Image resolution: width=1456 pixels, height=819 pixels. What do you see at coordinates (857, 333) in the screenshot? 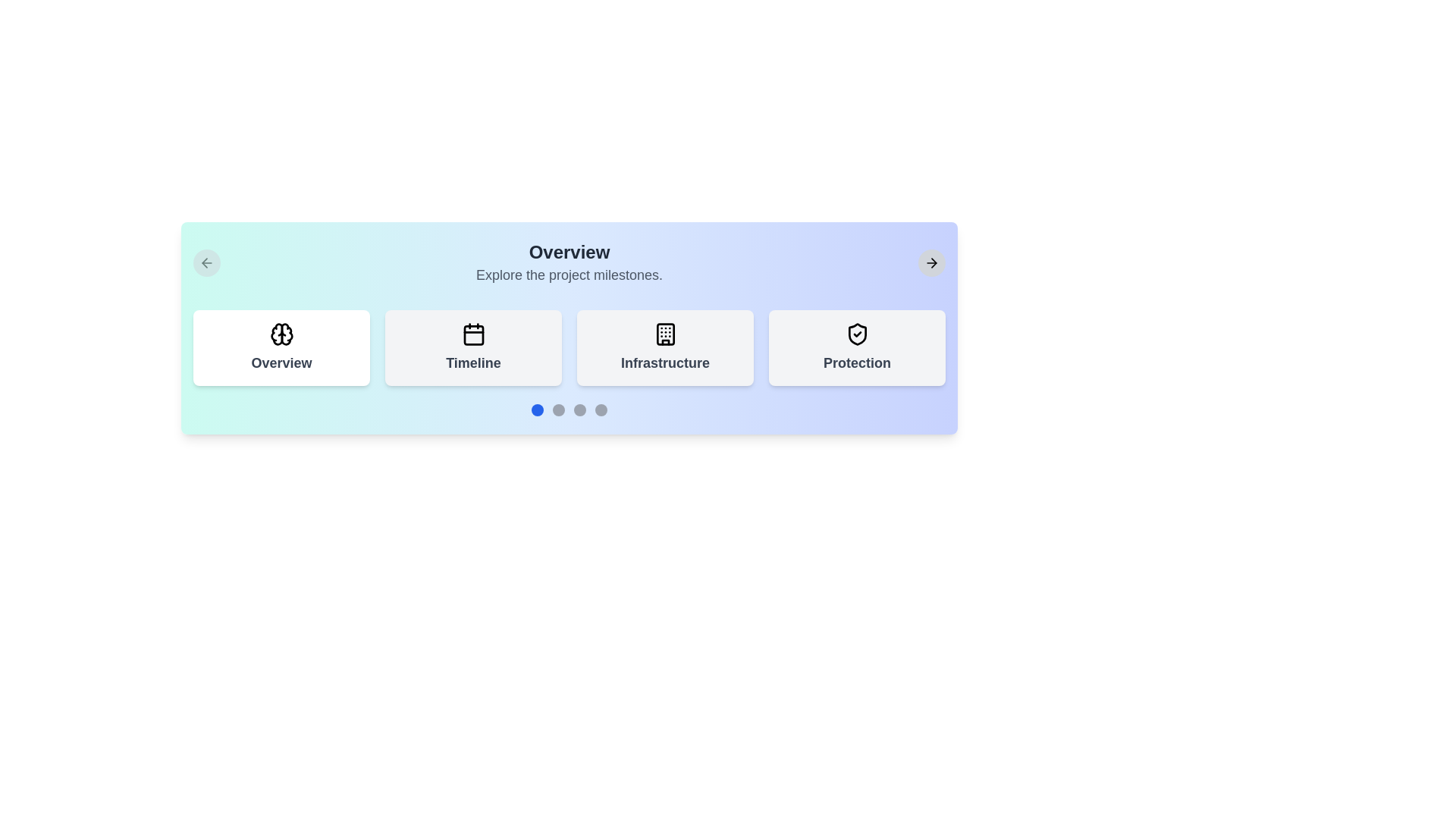
I see `the protection icon, which is the fourth element in a horizontally aligned carousel and has the label 'Protection' below it` at bounding box center [857, 333].